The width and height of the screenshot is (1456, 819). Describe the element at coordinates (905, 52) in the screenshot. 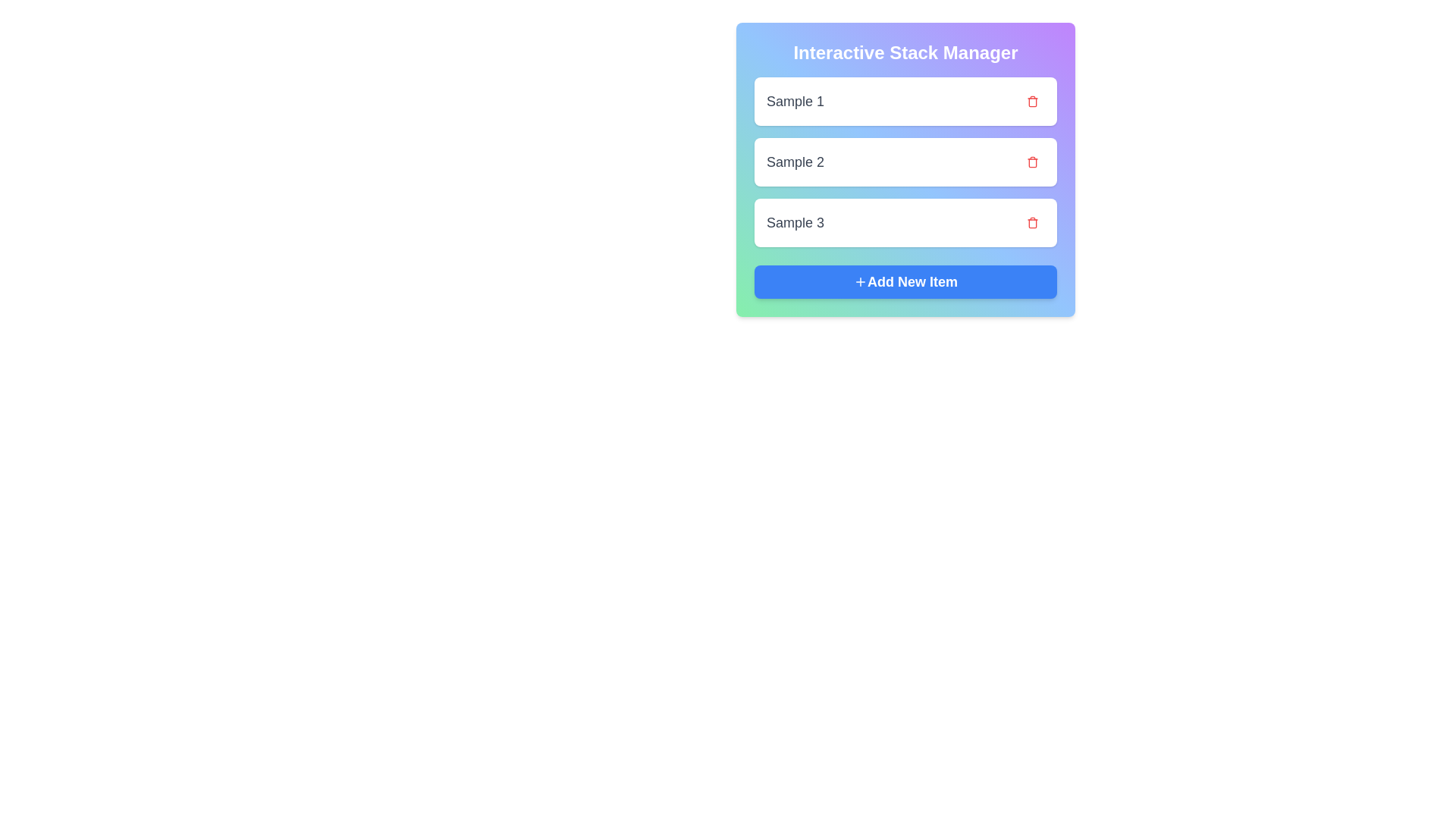

I see `the title 'Interactive Stack Manager', which is displayed in bold, white text on a colorful gradient background, to focus on it` at that location.